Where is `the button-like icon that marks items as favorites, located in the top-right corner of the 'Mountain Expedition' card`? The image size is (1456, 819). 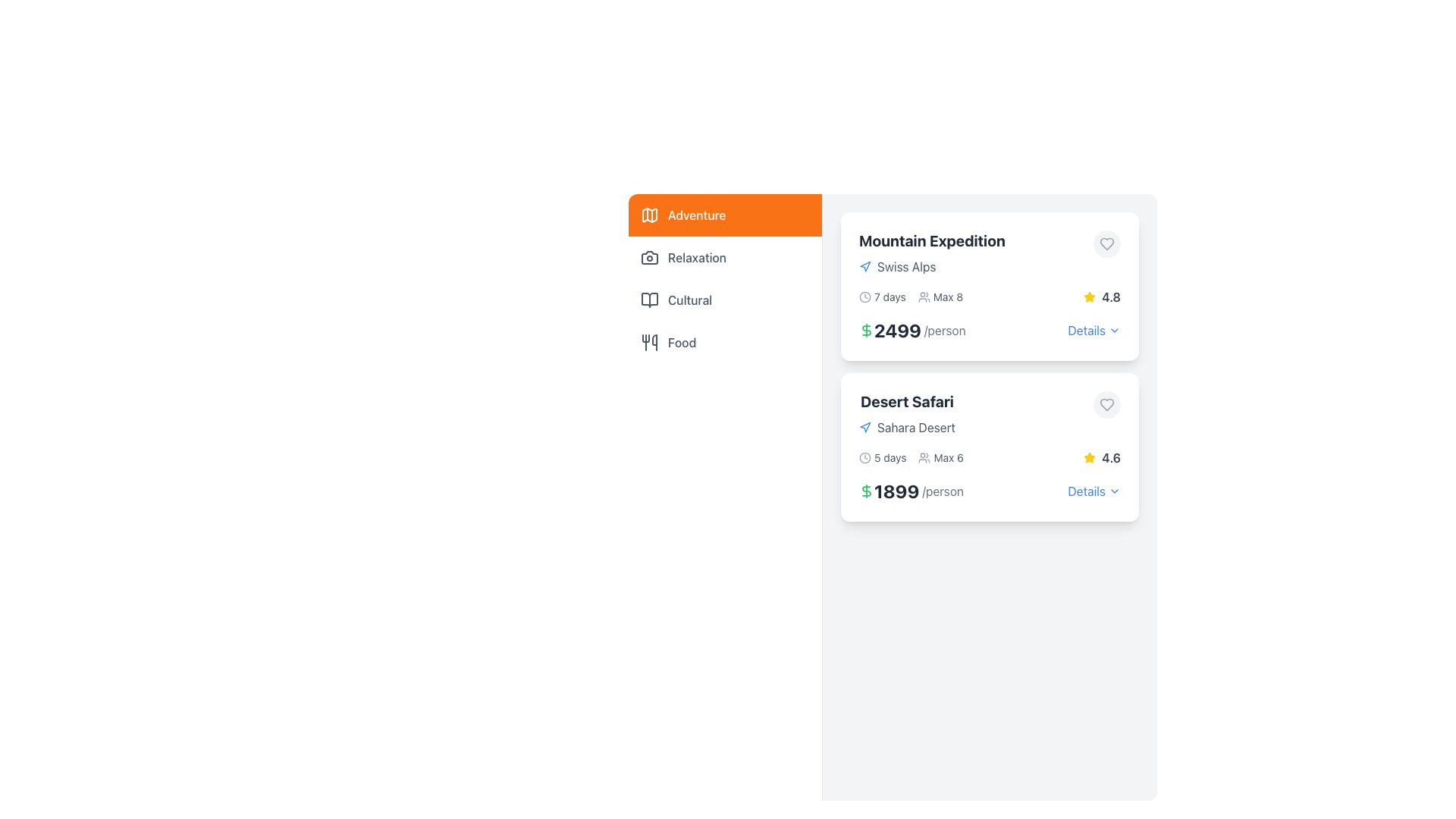
the button-like icon that marks items as favorites, located in the top-right corner of the 'Mountain Expedition' card is located at coordinates (1106, 243).